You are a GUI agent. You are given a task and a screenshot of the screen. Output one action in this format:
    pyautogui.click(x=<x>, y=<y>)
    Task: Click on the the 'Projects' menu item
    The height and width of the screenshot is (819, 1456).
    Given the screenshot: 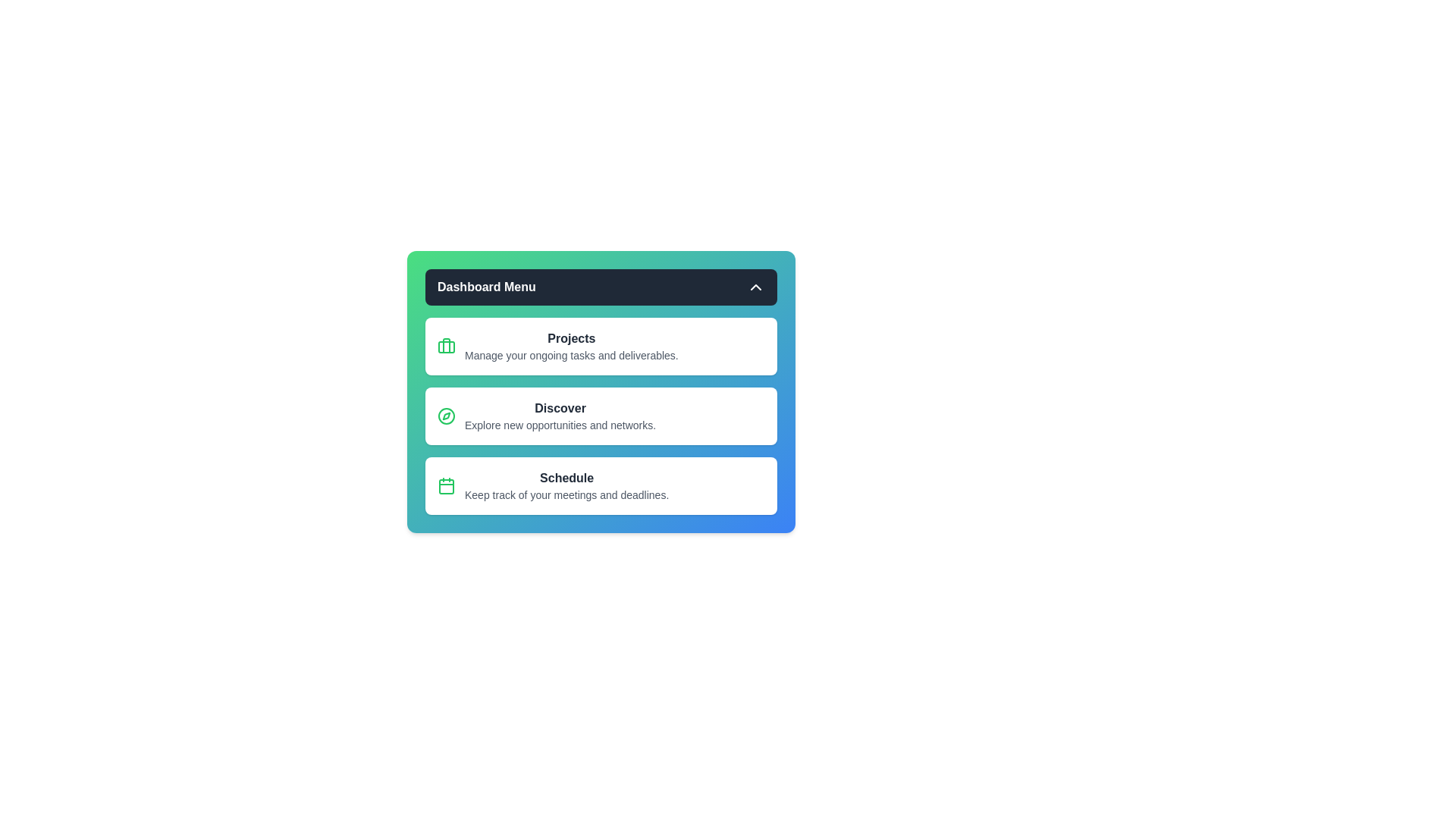 What is the action you would take?
    pyautogui.click(x=600, y=346)
    